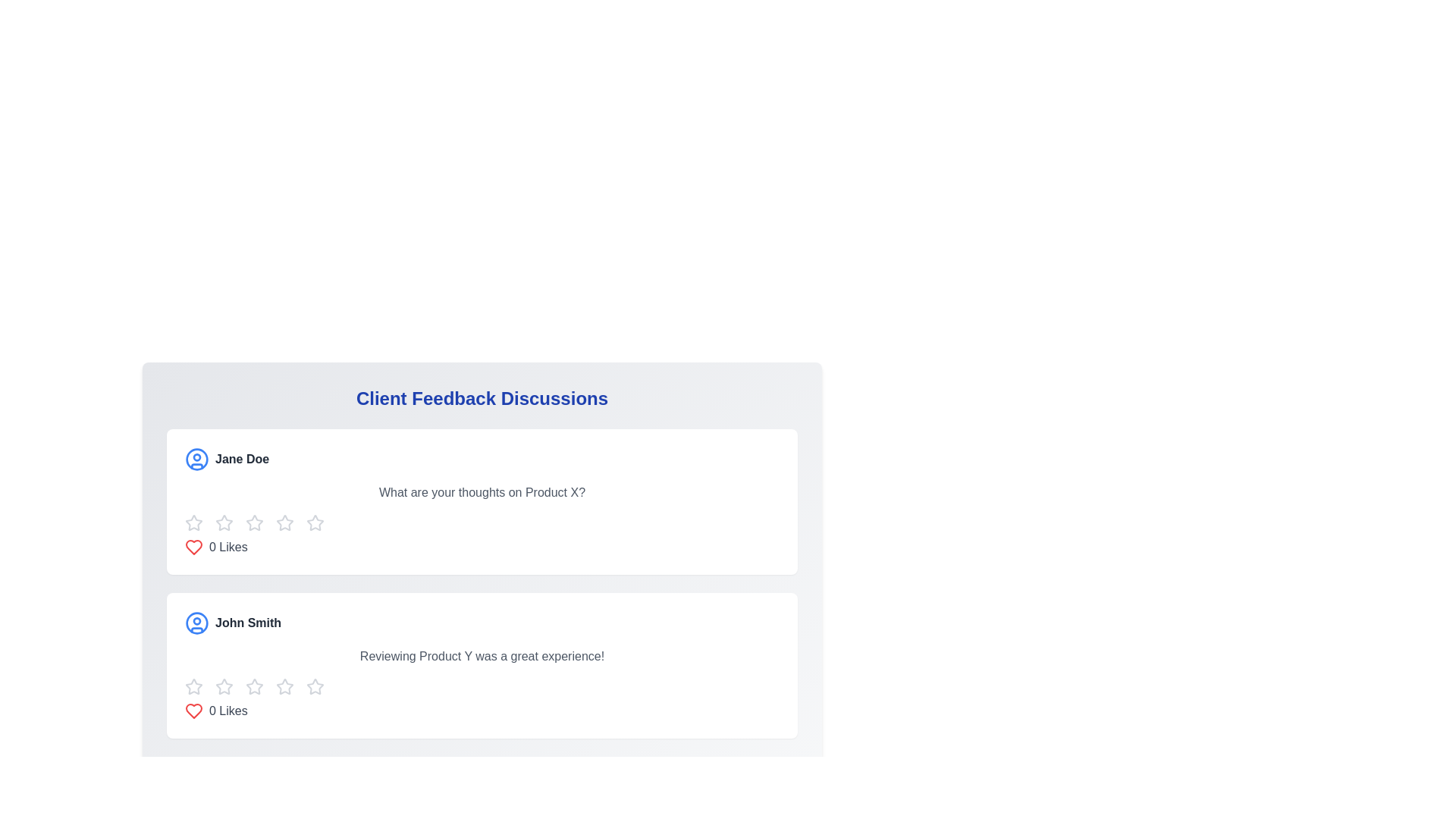 The height and width of the screenshot is (819, 1456). What do you see at coordinates (284, 686) in the screenshot?
I see `the third rating star in the feedback post by 'John Smith'` at bounding box center [284, 686].